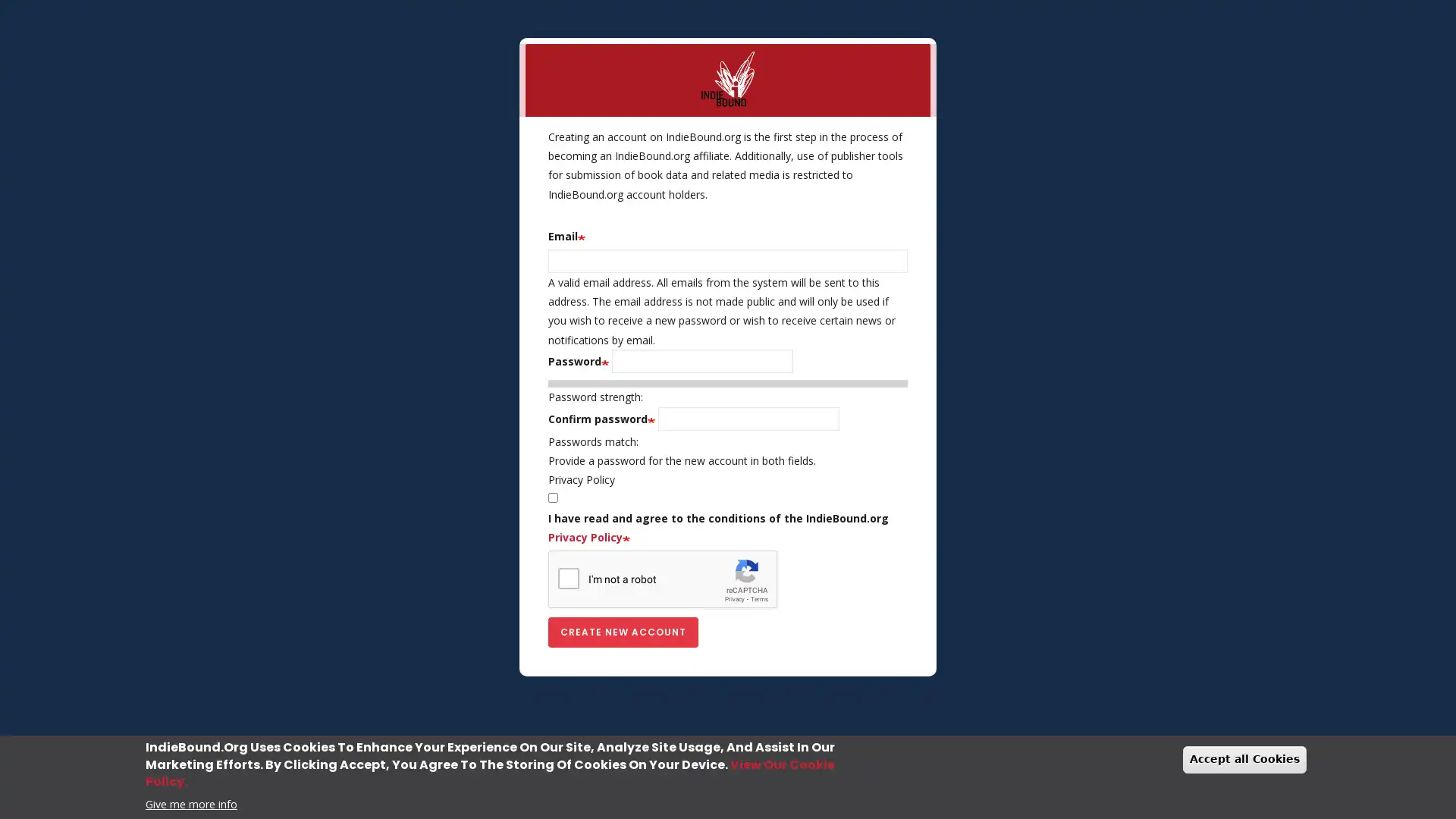 This screenshot has height=819, width=1456. I want to click on Accept all Cookies, so click(1244, 759).